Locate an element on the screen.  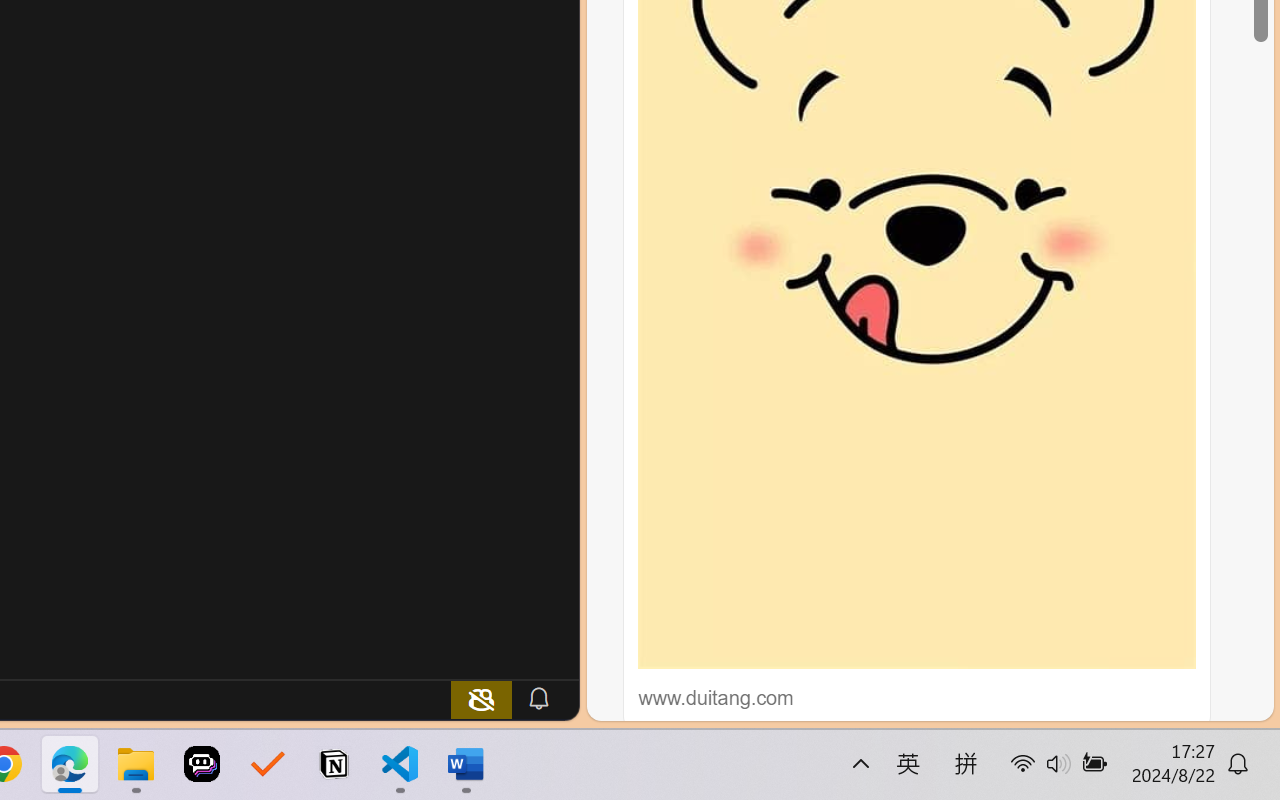
'copilot-notconnected, Copilot error (click for details)' is located at coordinates (481, 698).